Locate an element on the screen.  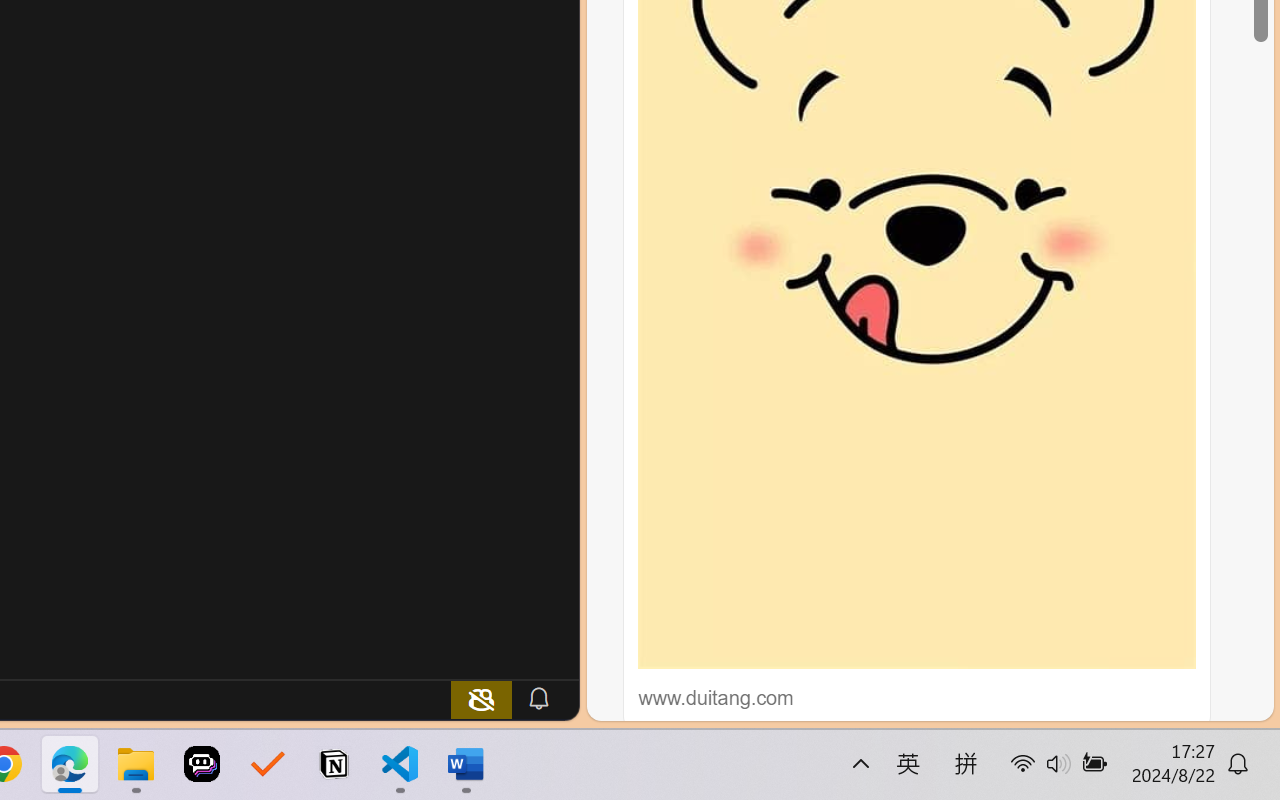
'copilot-notconnected, Copilot error (click for details)' is located at coordinates (481, 698).